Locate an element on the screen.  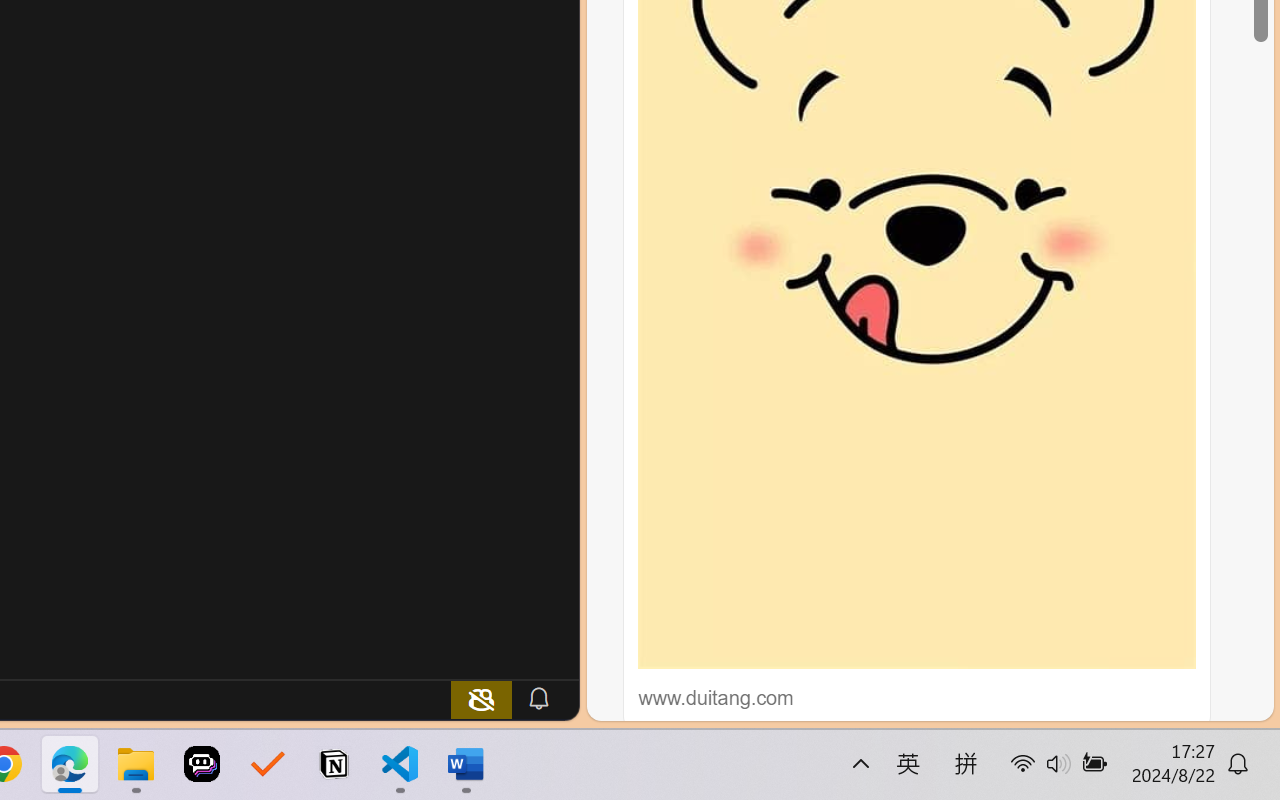
'copilot-notconnected, Copilot error (click for details)' is located at coordinates (481, 698).